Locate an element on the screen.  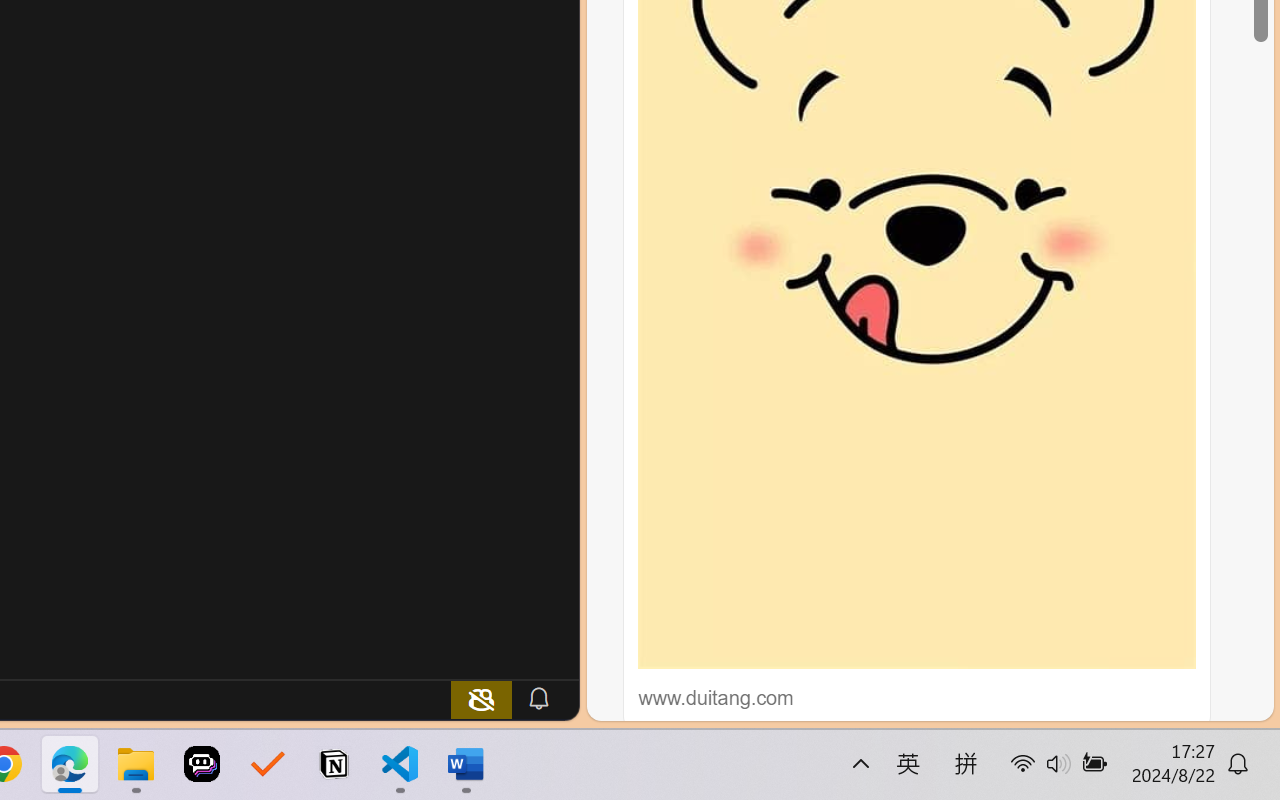
'copilot-notconnected, Copilot error (click for details)' is located at coordinates (481, 698).